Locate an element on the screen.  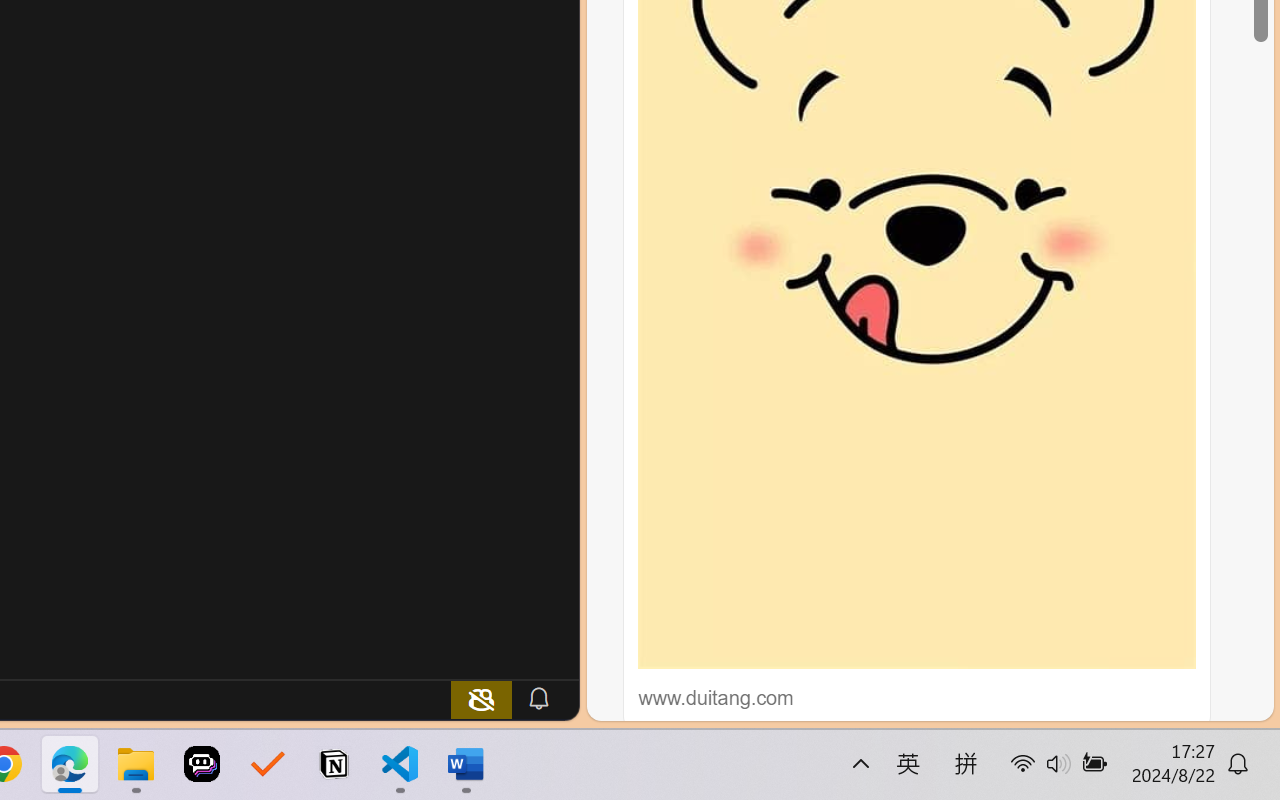
'copilot-notconnected, Copilot error (click for details)' is located at coordinates (481, 698).